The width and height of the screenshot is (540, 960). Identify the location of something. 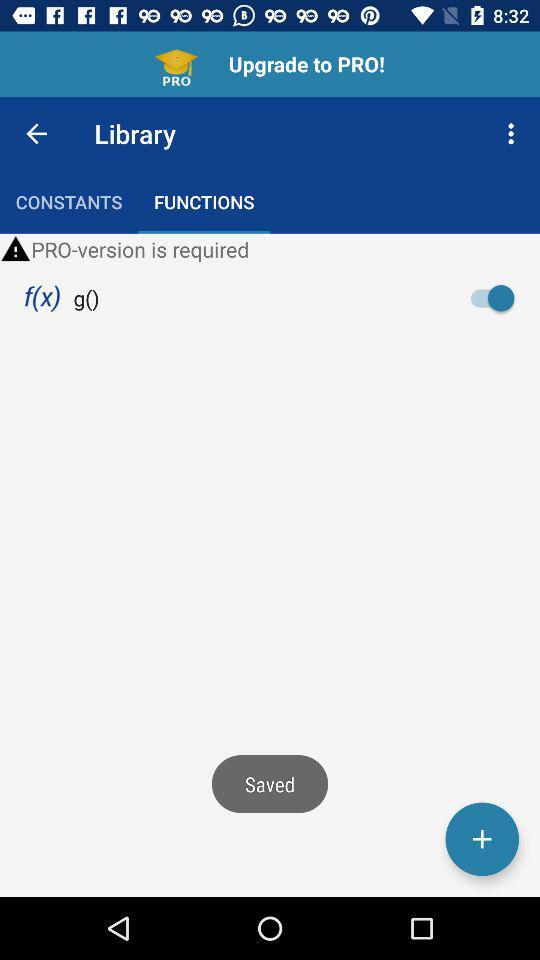
(481, 839).